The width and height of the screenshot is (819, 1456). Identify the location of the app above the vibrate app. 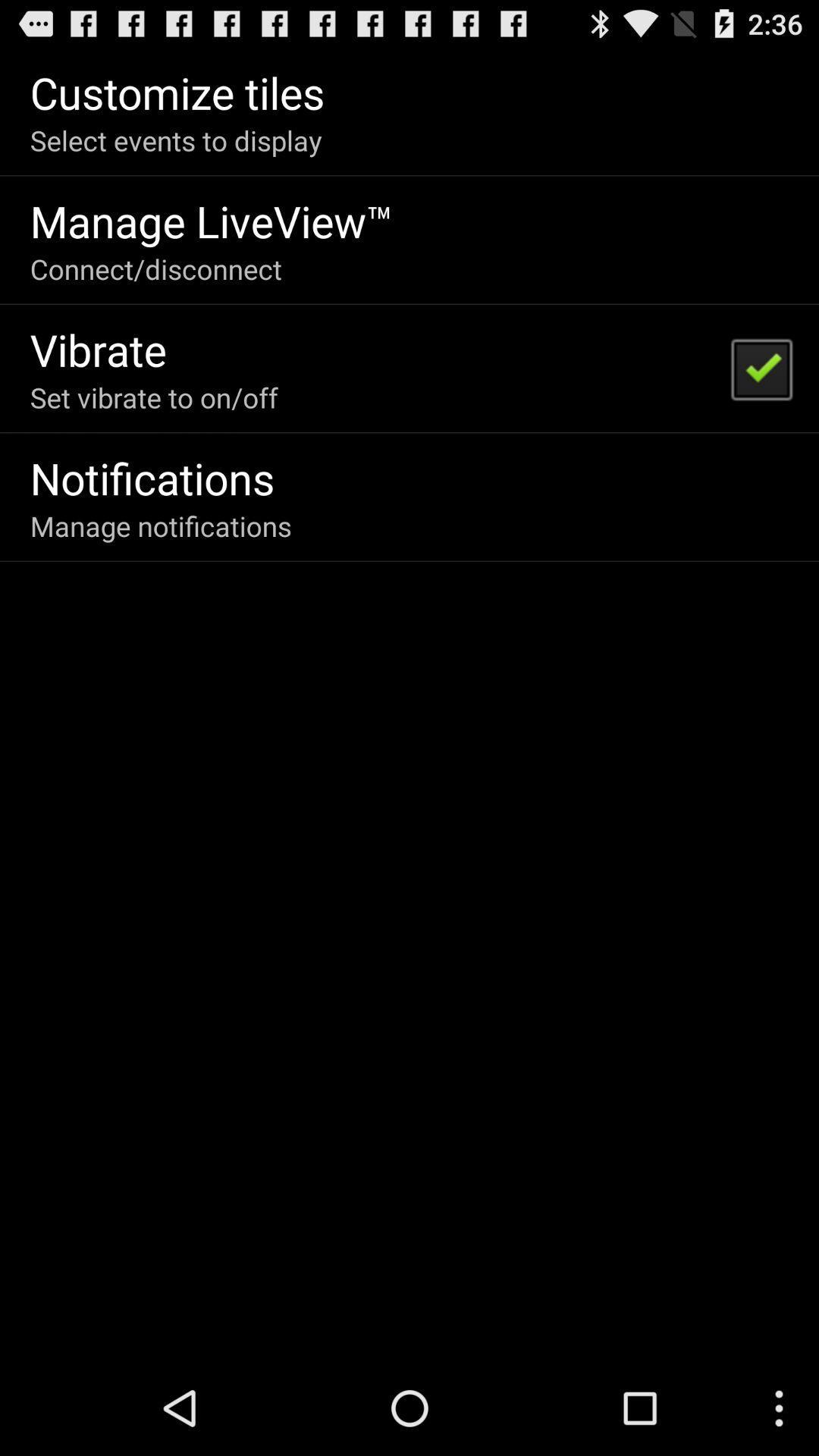
(155, 268).